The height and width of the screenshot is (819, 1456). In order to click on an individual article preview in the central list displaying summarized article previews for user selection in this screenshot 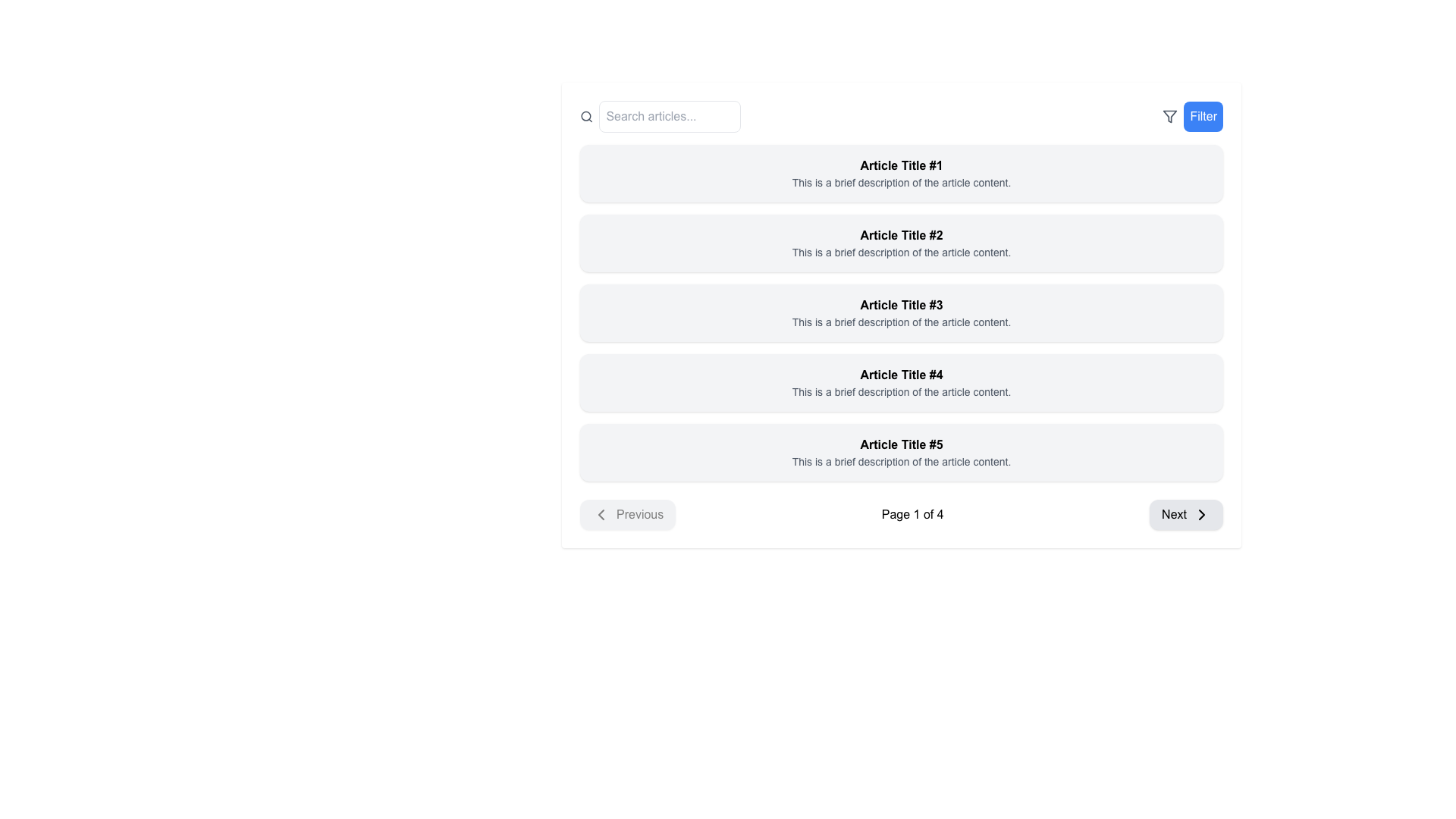, I will do `click(902, 312)`.